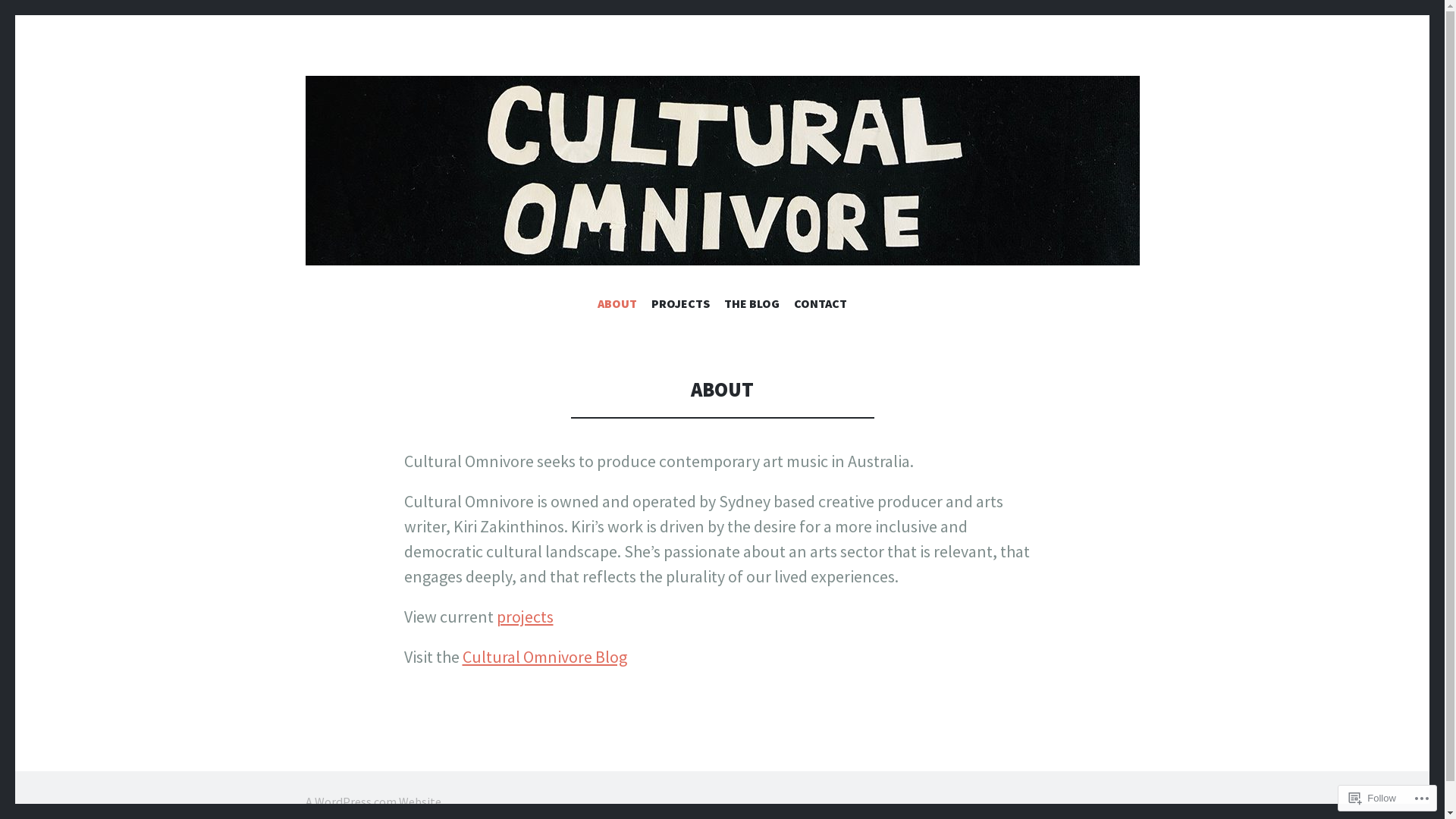  Describe the element at coordinates (819, 306) in the screenshot. I see `'CONTACT'` at that location.